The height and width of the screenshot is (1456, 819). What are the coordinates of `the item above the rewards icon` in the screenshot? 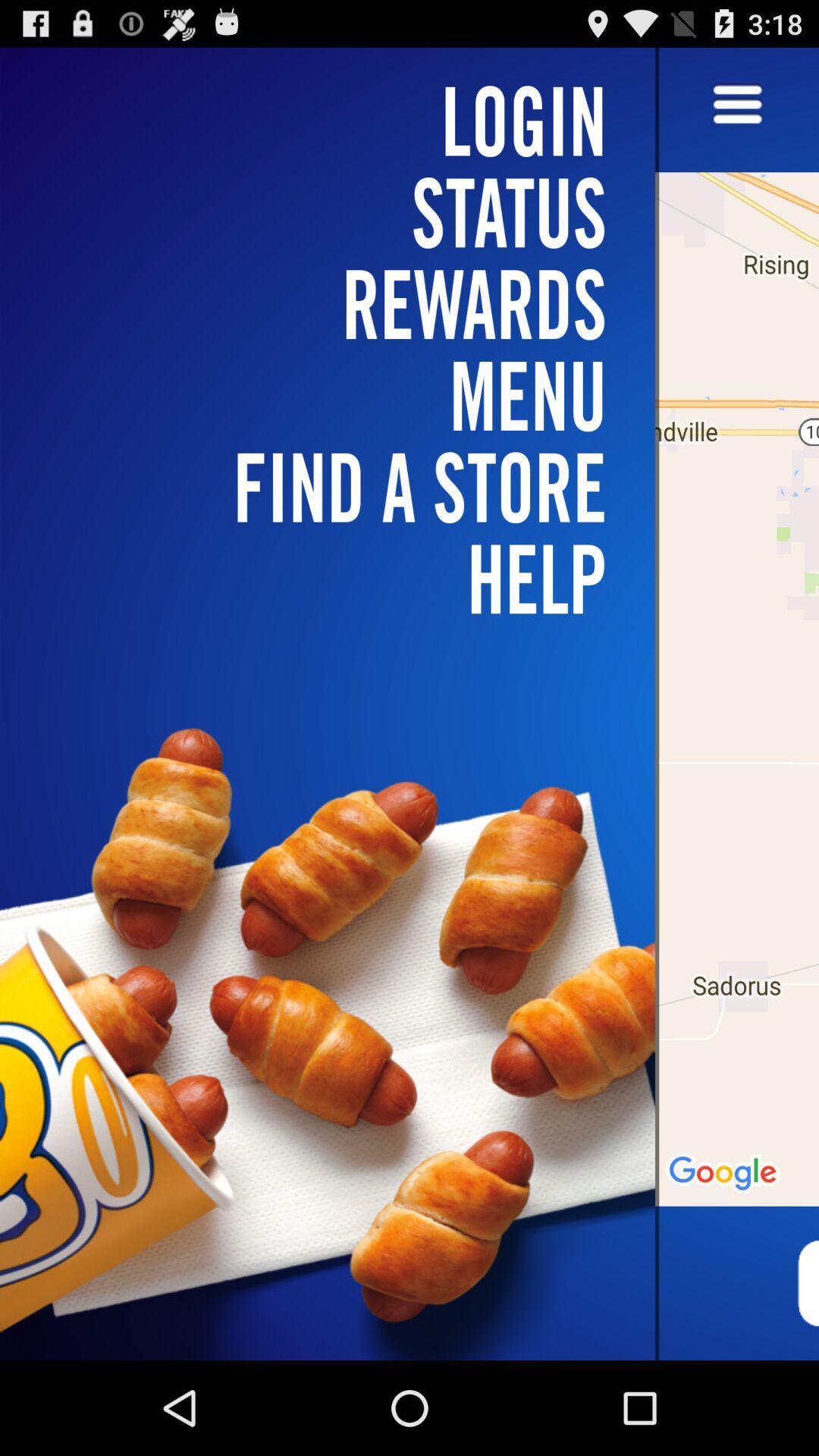 It's located at (336, 120).